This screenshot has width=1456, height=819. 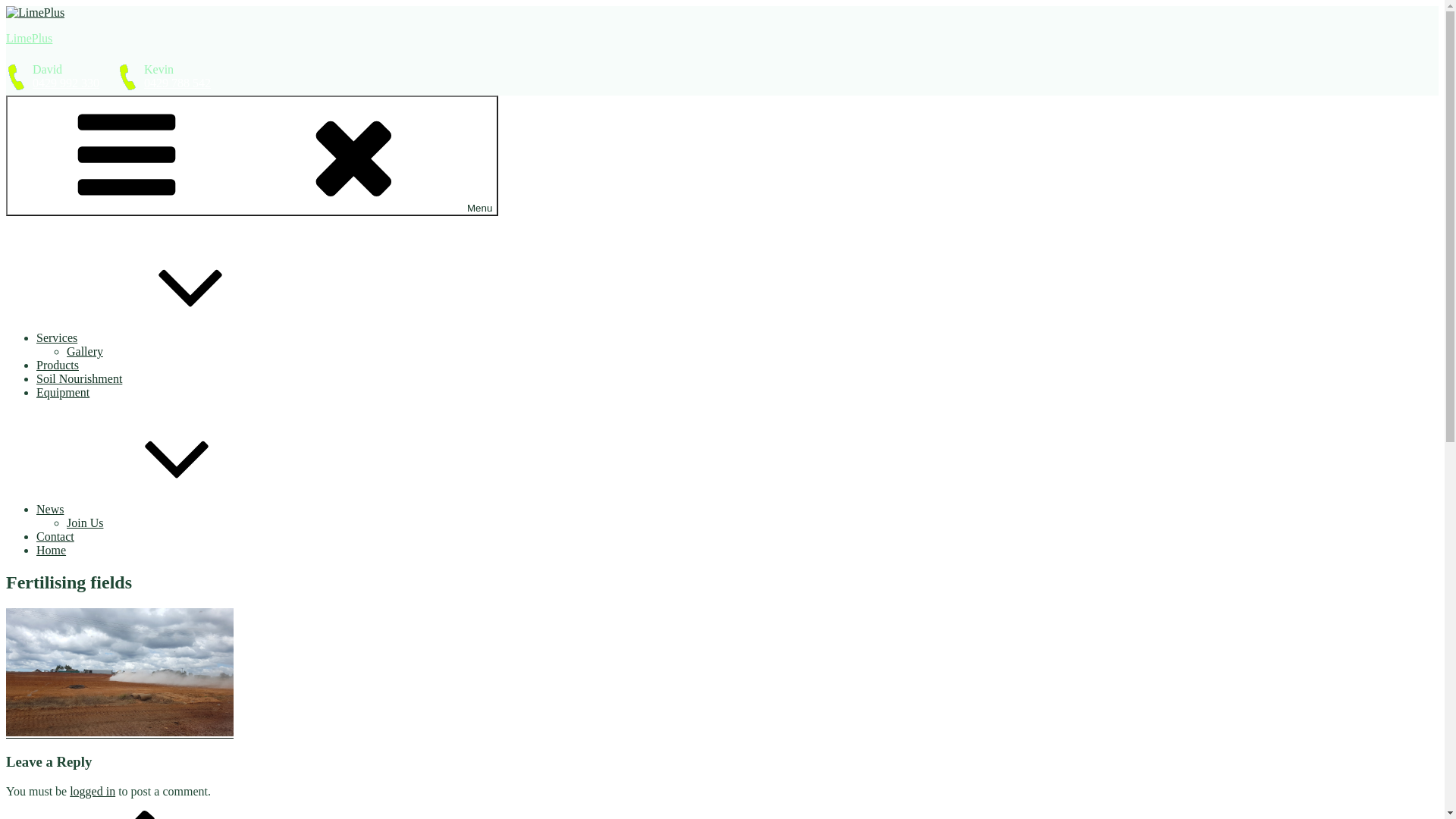 What do you see at coordinates (61, 391) in the screenshot?
I see `'Equipment'` at bounding box center [61, 391].